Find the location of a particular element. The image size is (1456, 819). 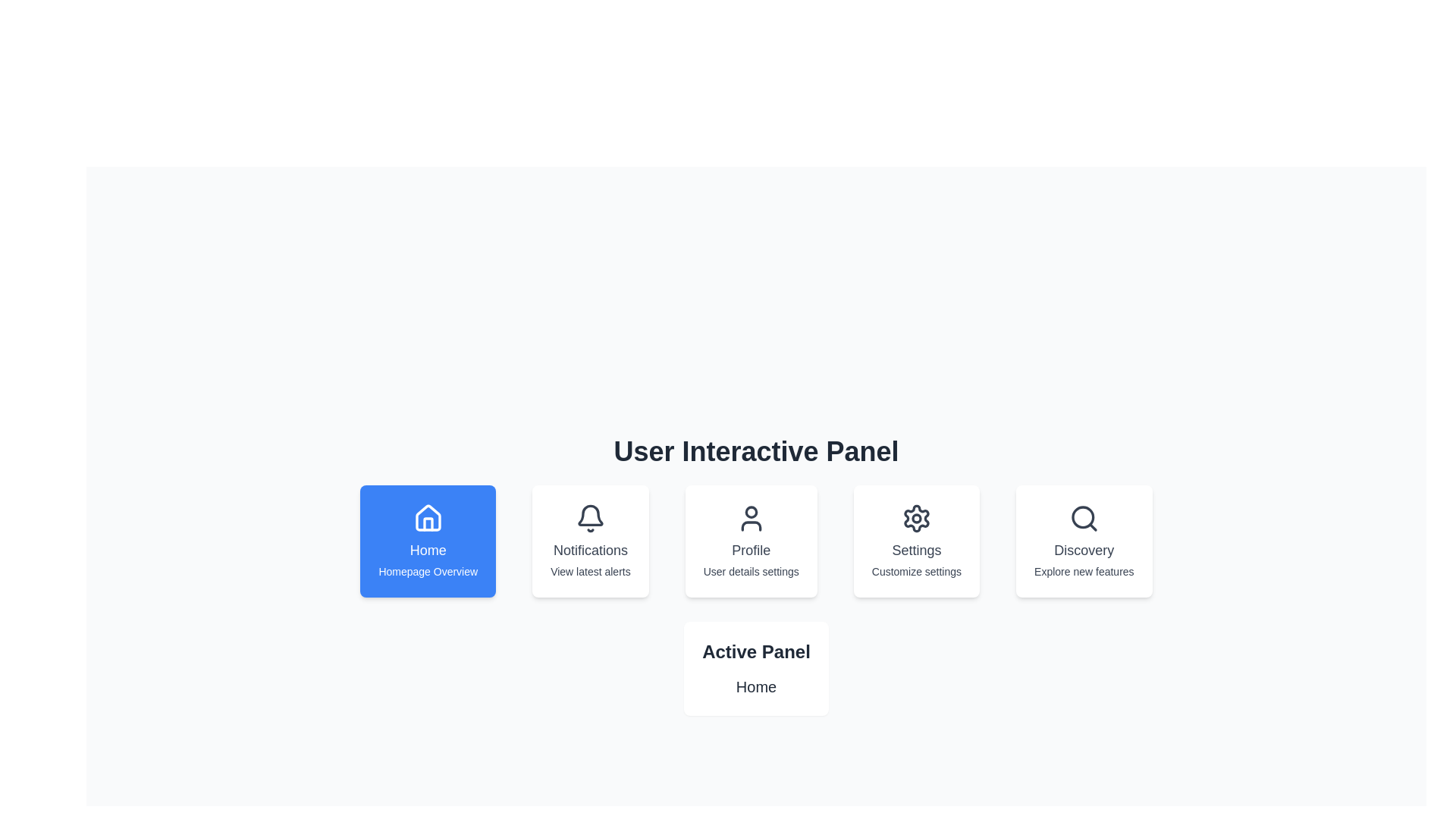

the small circular decorative element located at the center of the settings gear icon, which is directly below the 'Settings' text label is located at coordinates (915, 517).